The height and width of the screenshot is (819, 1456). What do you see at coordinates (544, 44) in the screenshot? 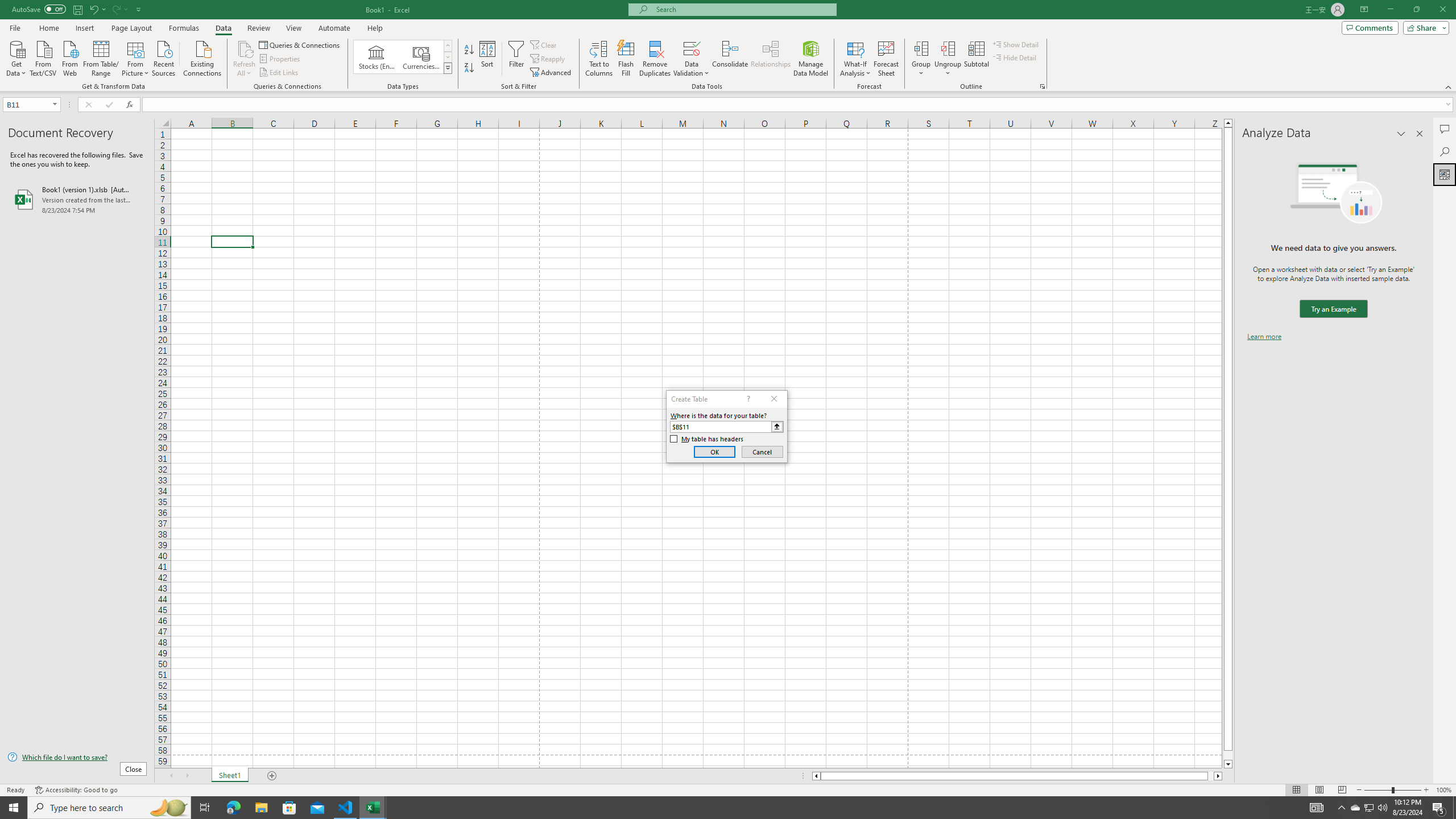
I see `'Clear'` at bounding box center [544, 44].